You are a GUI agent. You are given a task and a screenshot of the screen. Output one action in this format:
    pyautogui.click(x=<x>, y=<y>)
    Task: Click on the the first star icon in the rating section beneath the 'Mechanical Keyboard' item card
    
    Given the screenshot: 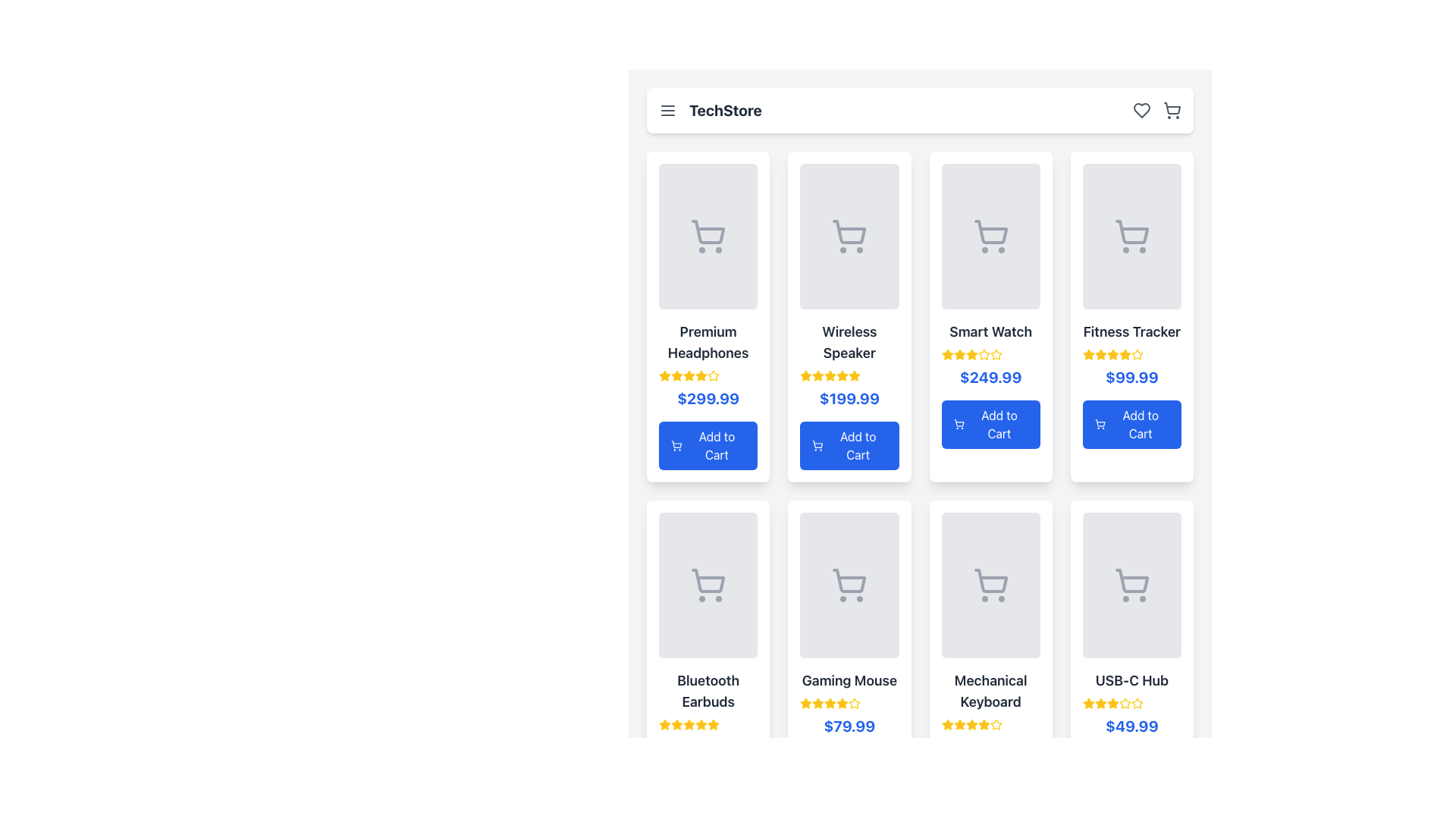 What is the action you would take?
    pyautogui.click(x=946, y=724)
    